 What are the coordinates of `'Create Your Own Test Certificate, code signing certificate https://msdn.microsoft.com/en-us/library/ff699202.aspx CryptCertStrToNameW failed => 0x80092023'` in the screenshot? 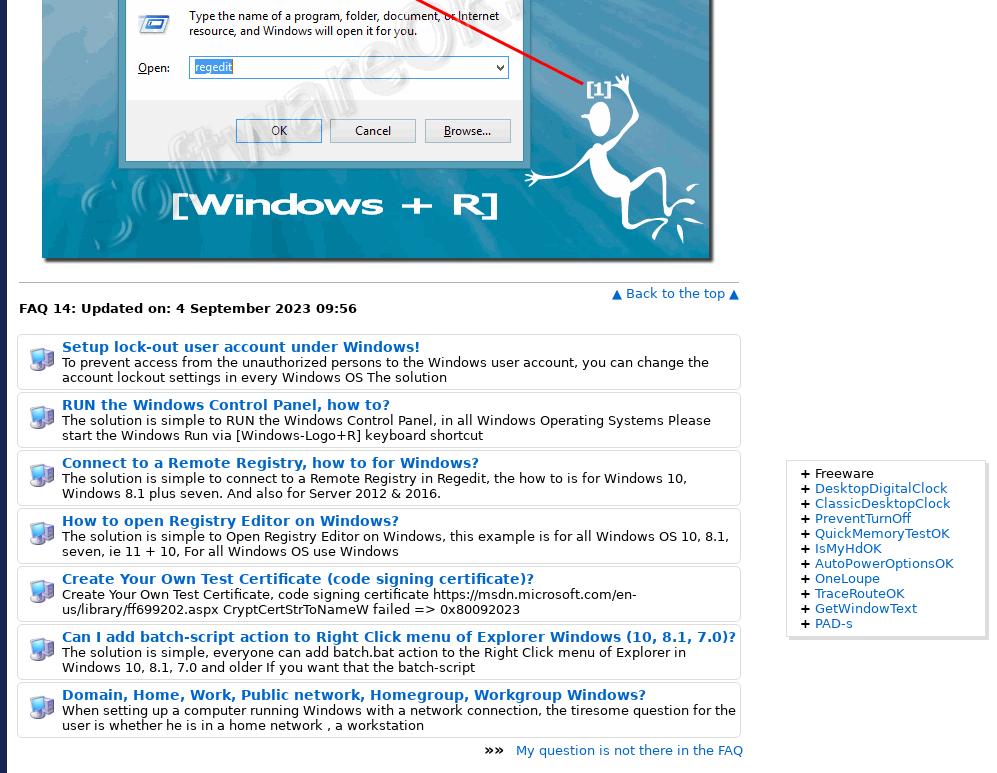 It's located at (61, 601).